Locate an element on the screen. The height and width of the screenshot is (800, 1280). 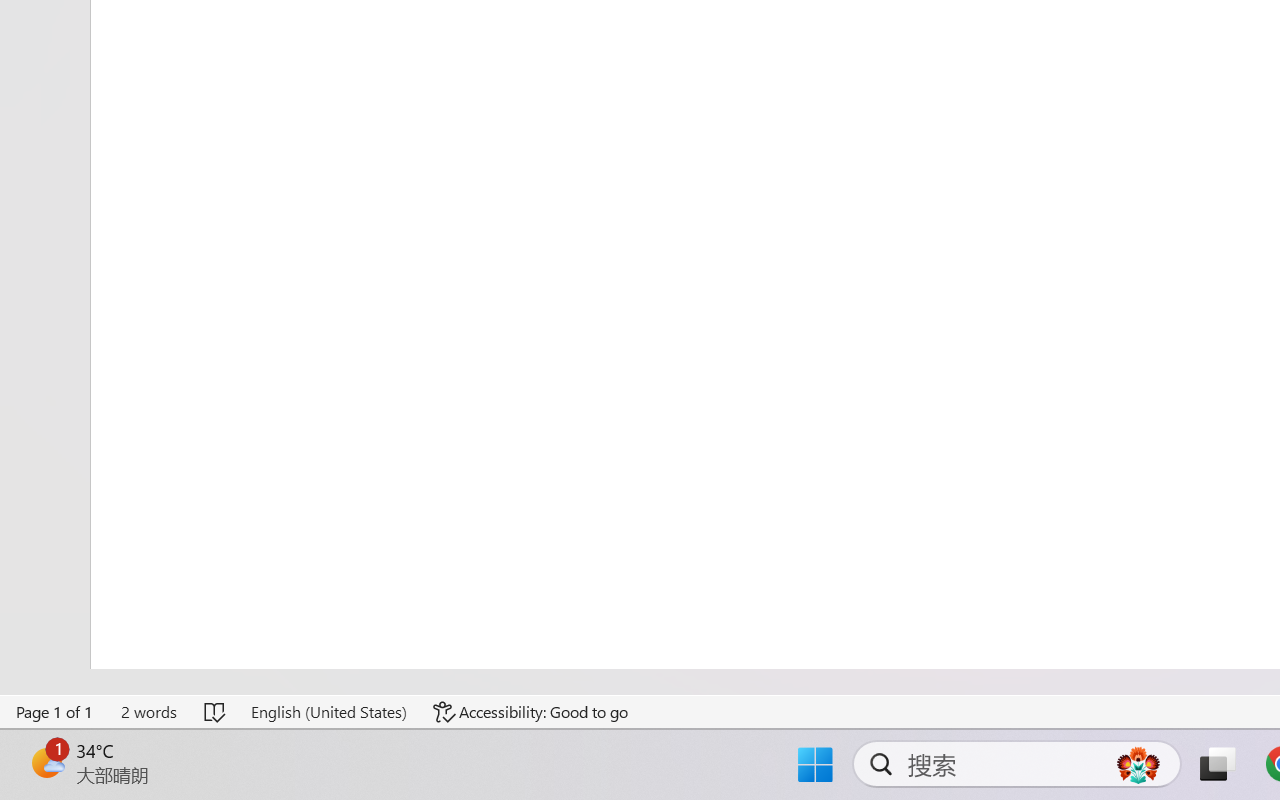
'Language English (United States)' is located at coordinates (328, 711).